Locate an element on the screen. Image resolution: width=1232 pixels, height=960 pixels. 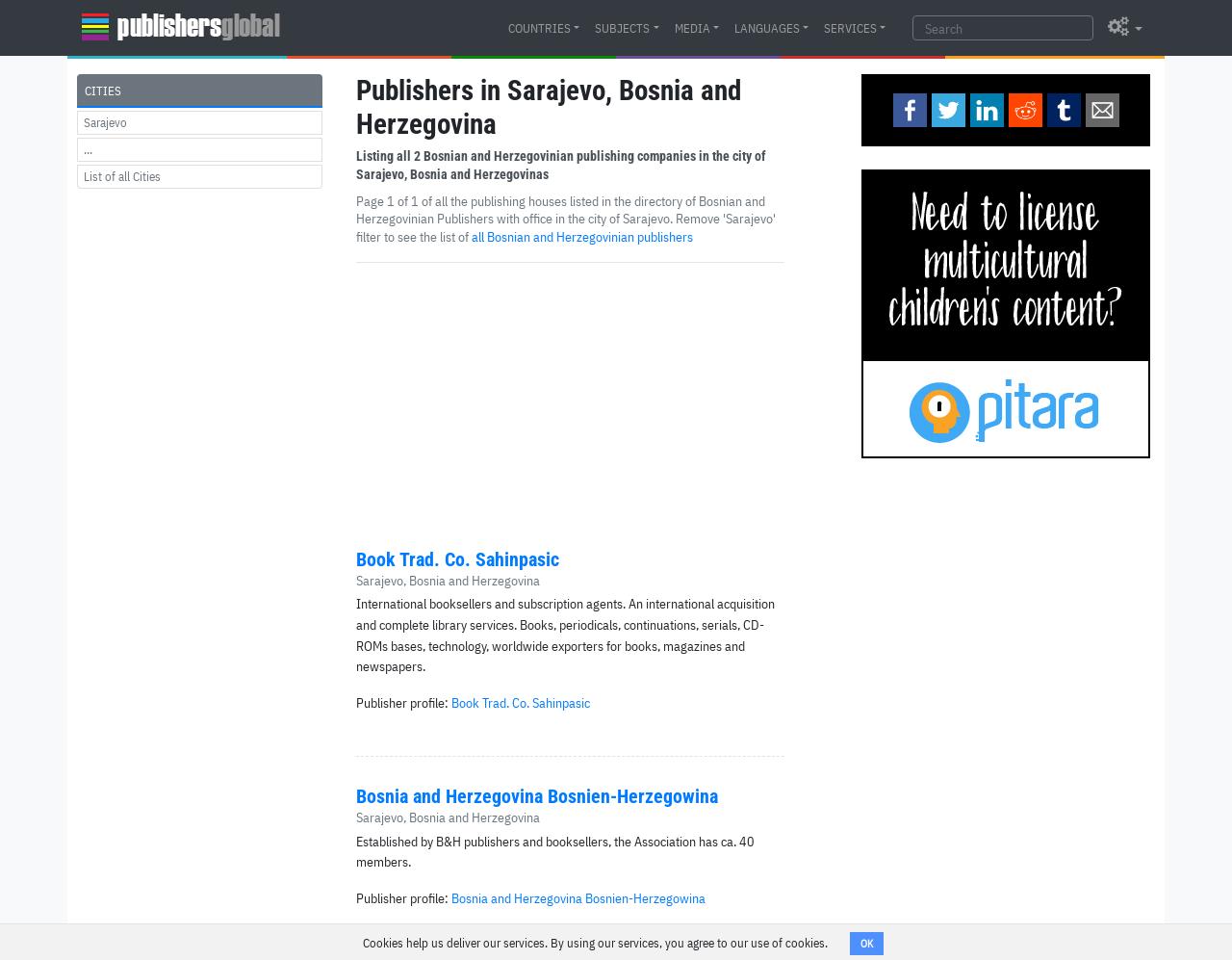
'MEDIA' is located at coordinates (674, 27).